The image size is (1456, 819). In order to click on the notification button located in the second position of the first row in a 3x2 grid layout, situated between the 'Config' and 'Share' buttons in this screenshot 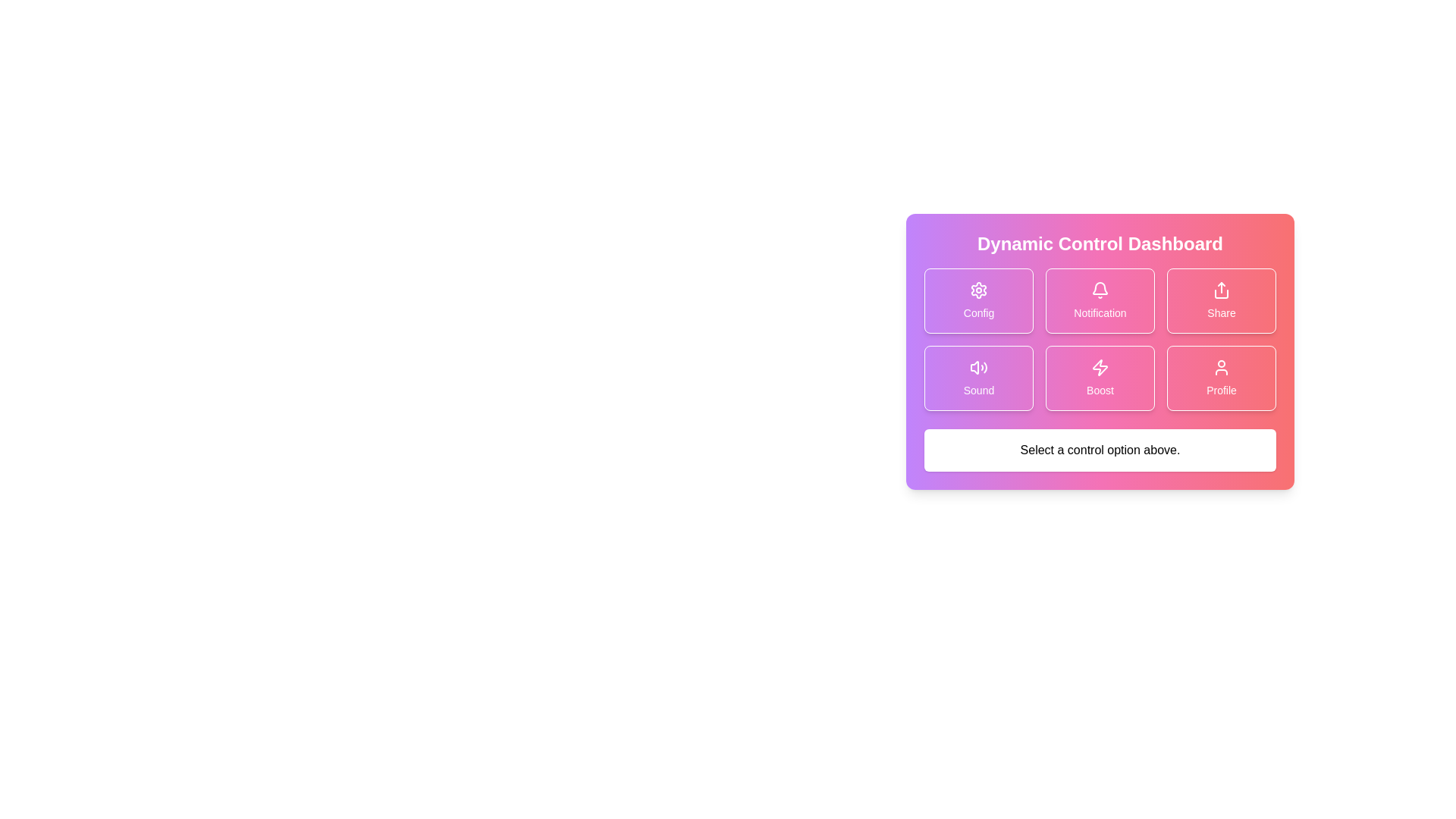, I will do `click(1100, 301)`.